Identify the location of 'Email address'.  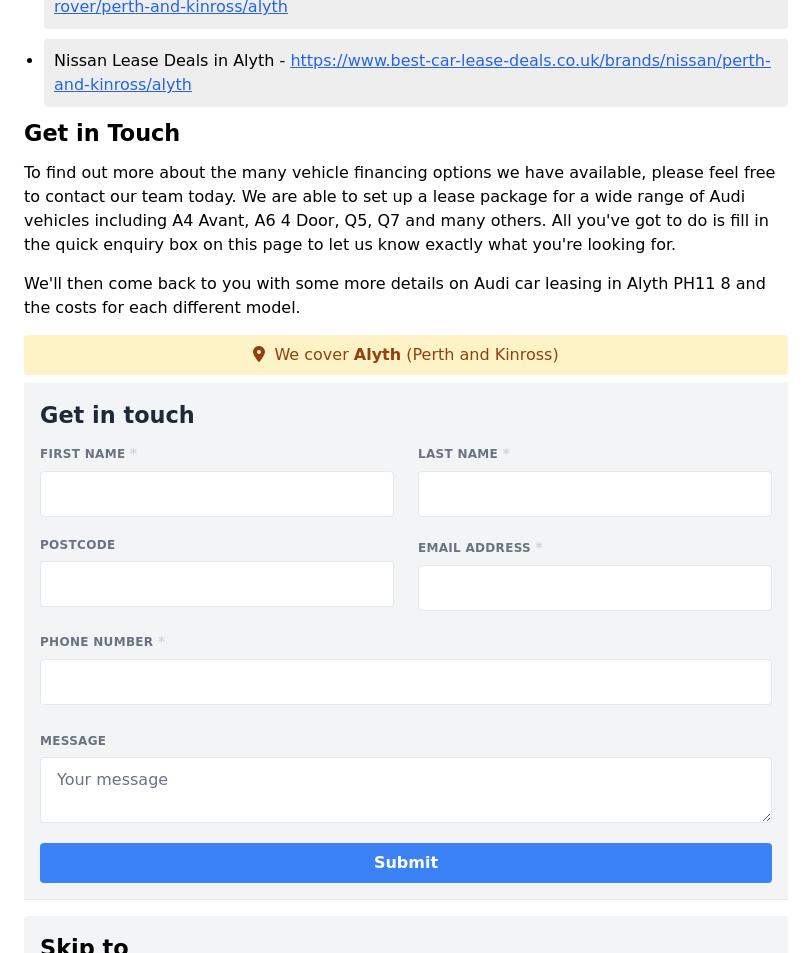
(475, 547).